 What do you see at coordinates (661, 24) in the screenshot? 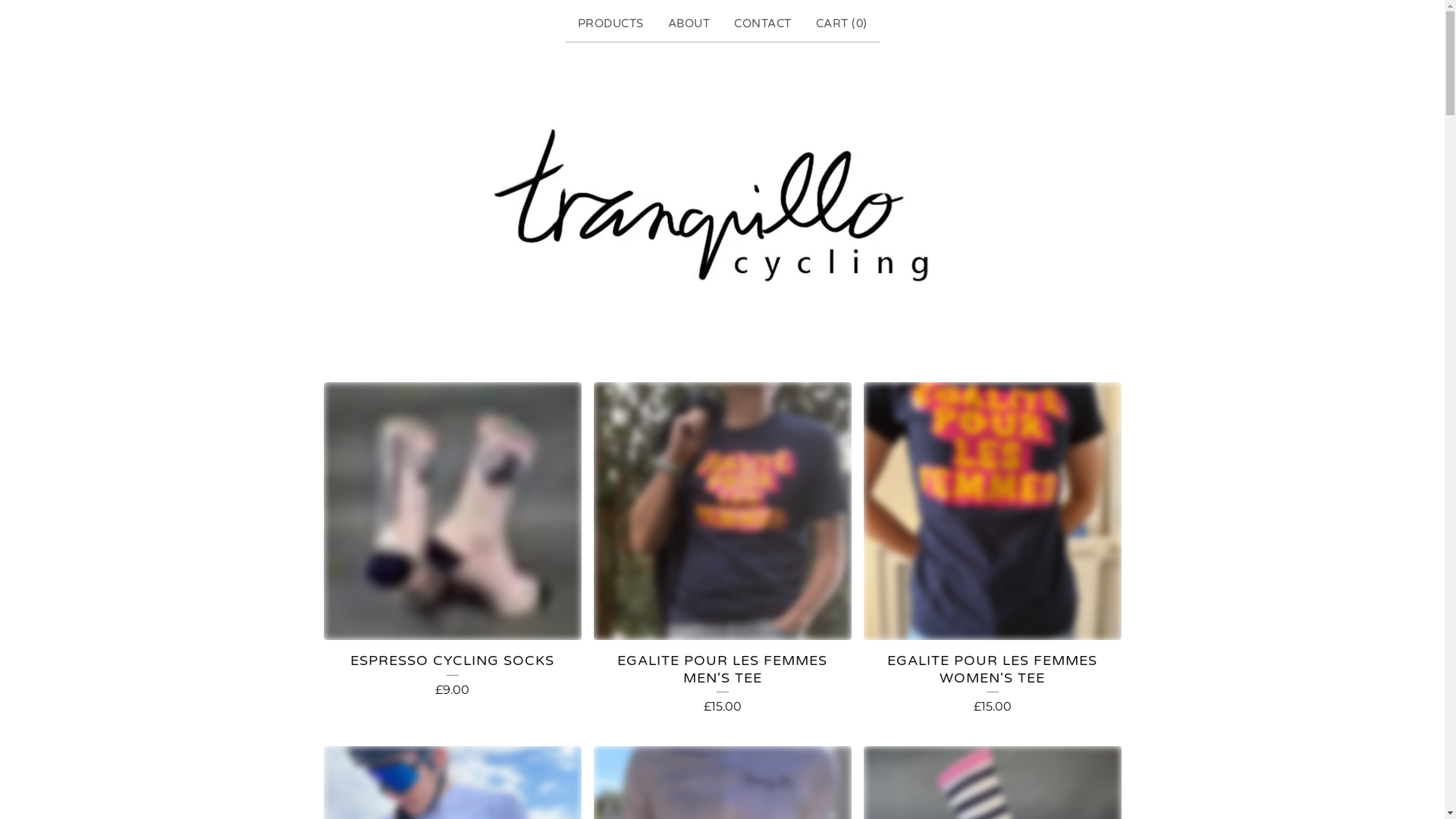
I see `'ABOUT'` at bounding box center [661, 24].